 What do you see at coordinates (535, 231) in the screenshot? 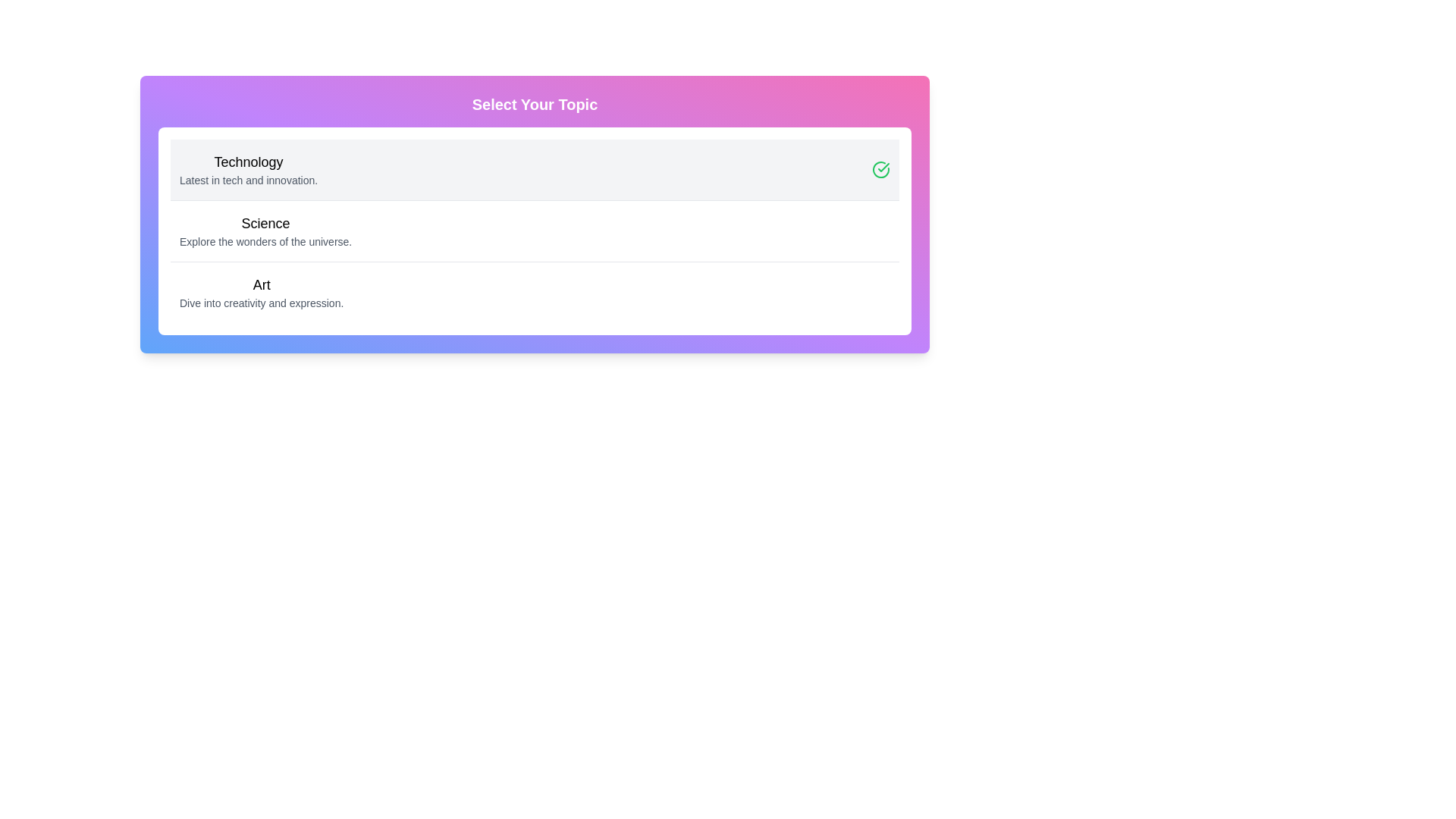
I see `the second selectable option in the list, which represents the 'Science' topic with the description 'Explore the wonders of the universe.'` at bounding box center [535, 231].